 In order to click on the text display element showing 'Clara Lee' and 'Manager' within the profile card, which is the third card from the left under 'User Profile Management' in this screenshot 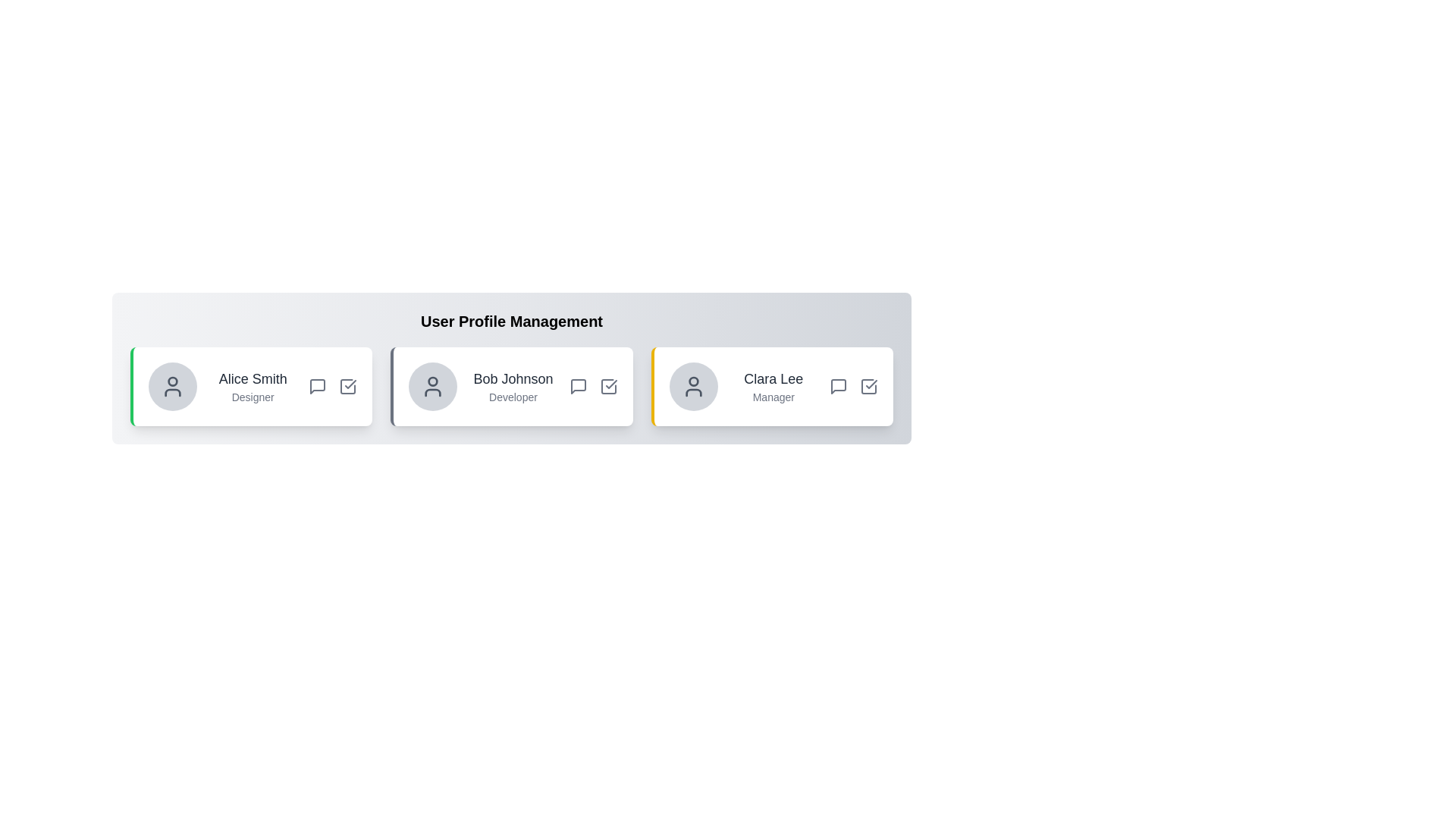, I will do `click(773, 385)`.